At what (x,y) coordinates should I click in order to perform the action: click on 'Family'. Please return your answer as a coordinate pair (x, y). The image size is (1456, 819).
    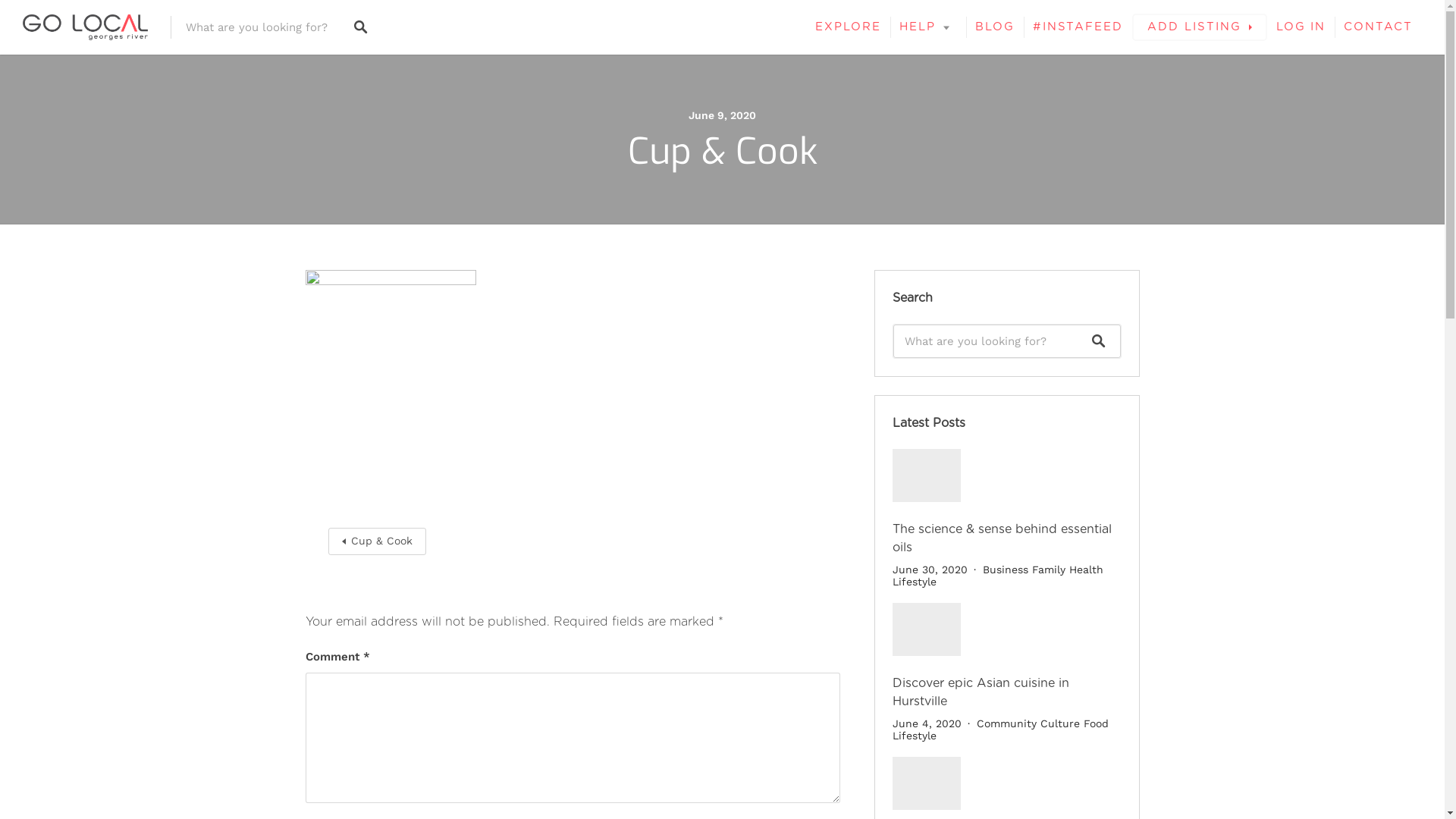
    Looking at the image, I should click on (1047, 570).